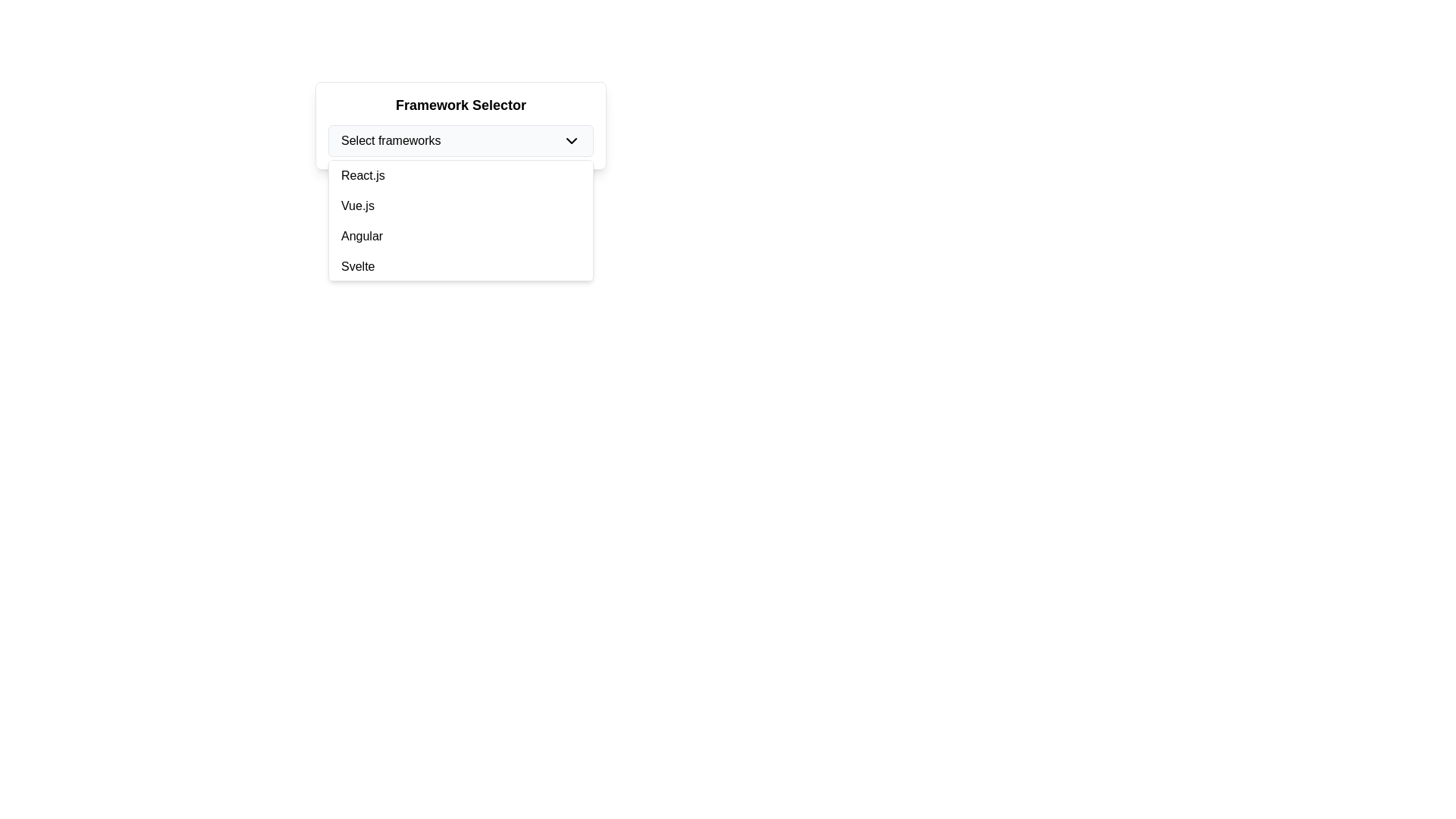  I want to click on the first entry in the dropdown menu, so click(460, 174).